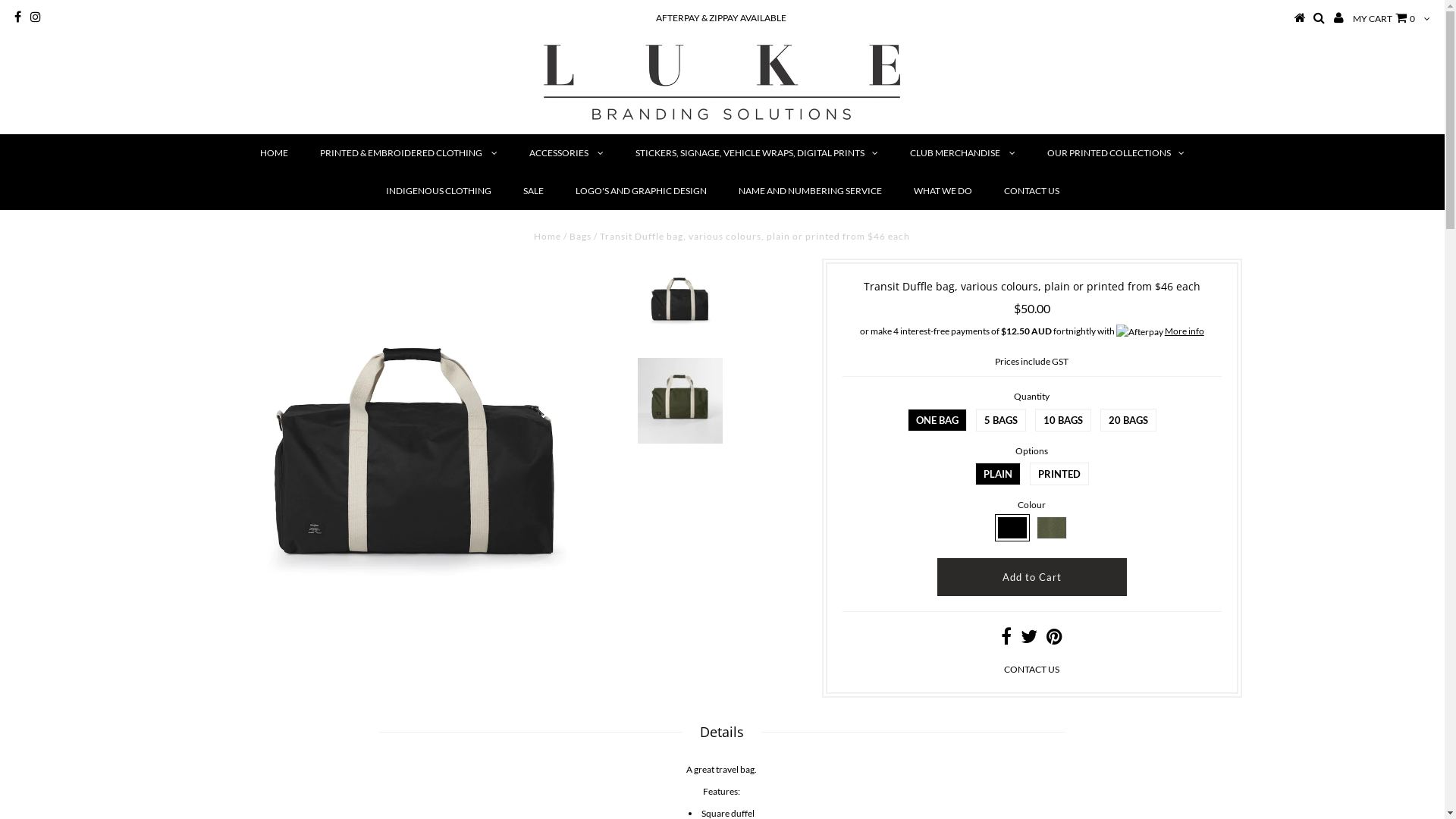 The width and height of the screenshot is (1456, 819). I want to click on 'SALE', so click(533, 190).